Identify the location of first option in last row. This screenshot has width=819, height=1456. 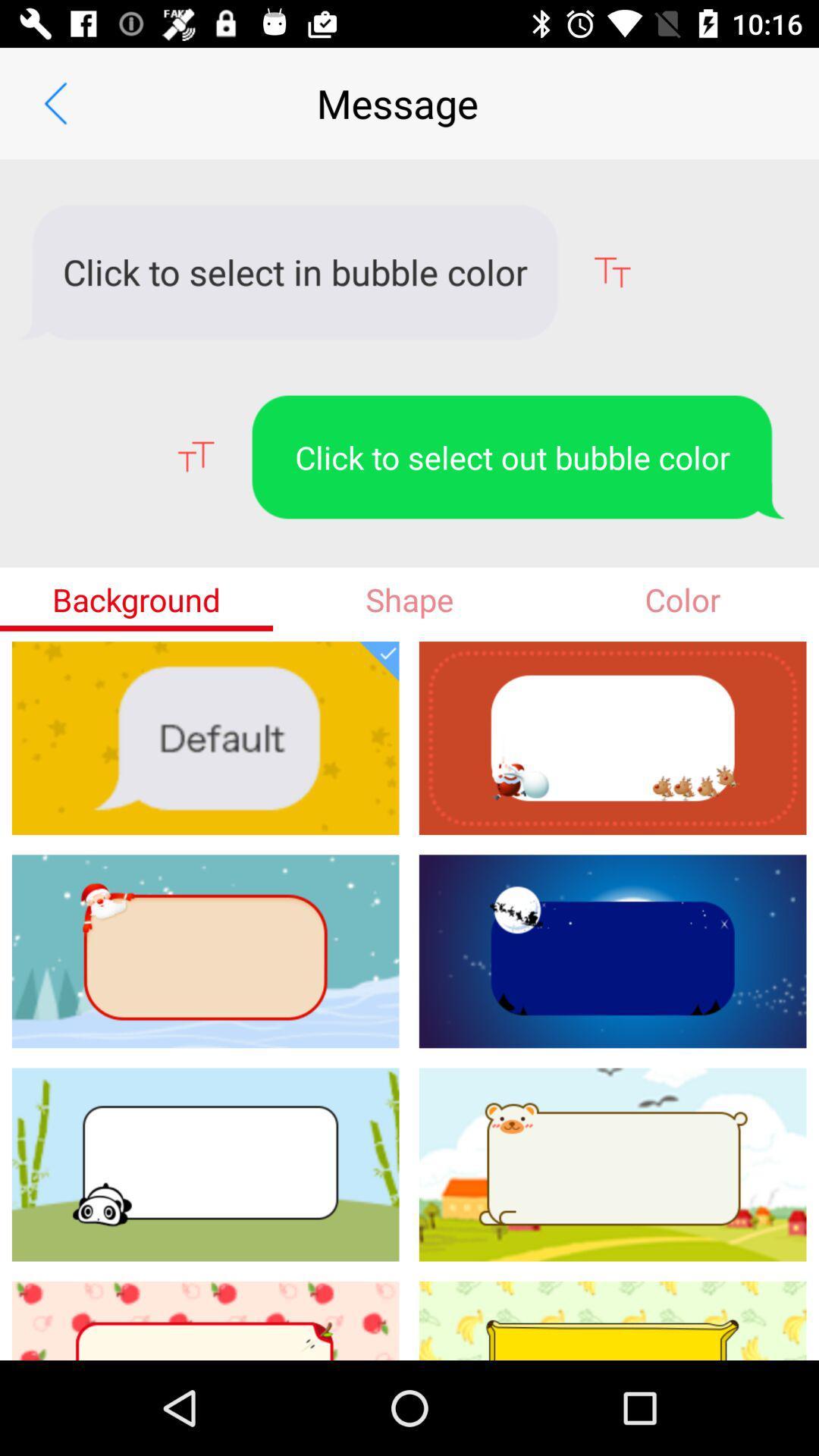
(206, 1320).